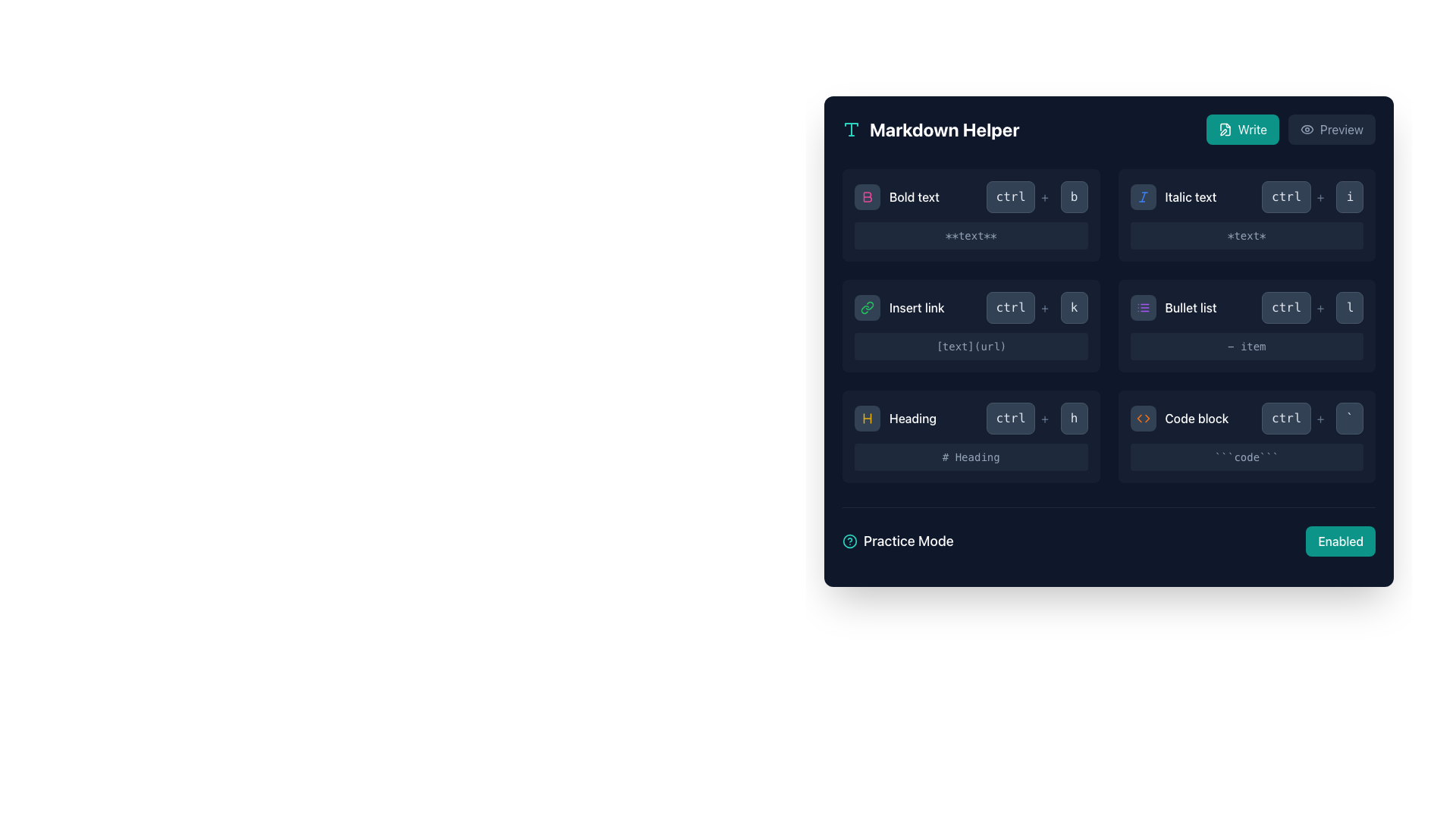 The image size is (1456, 819). What do you see at coordinates (868, 196) in the screenshot?
I see `the bold text icon, which resembles a stylized uppercase 'B' and is located in the first option box on the top-left corner of the interface` at bounding box center [868, 196].